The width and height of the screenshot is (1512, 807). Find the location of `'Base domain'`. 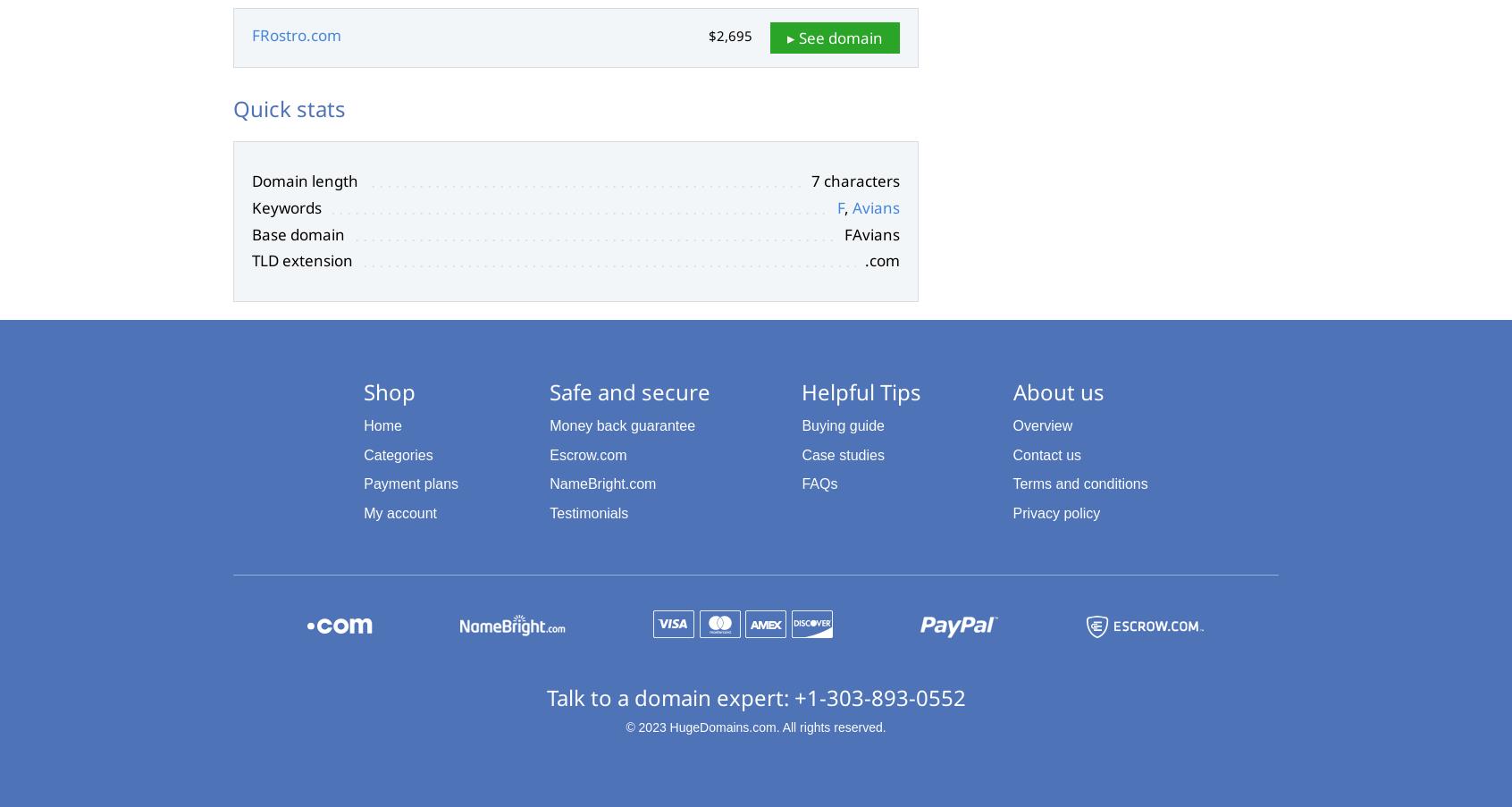

'Base domain' is located at coordinates (298, 232).